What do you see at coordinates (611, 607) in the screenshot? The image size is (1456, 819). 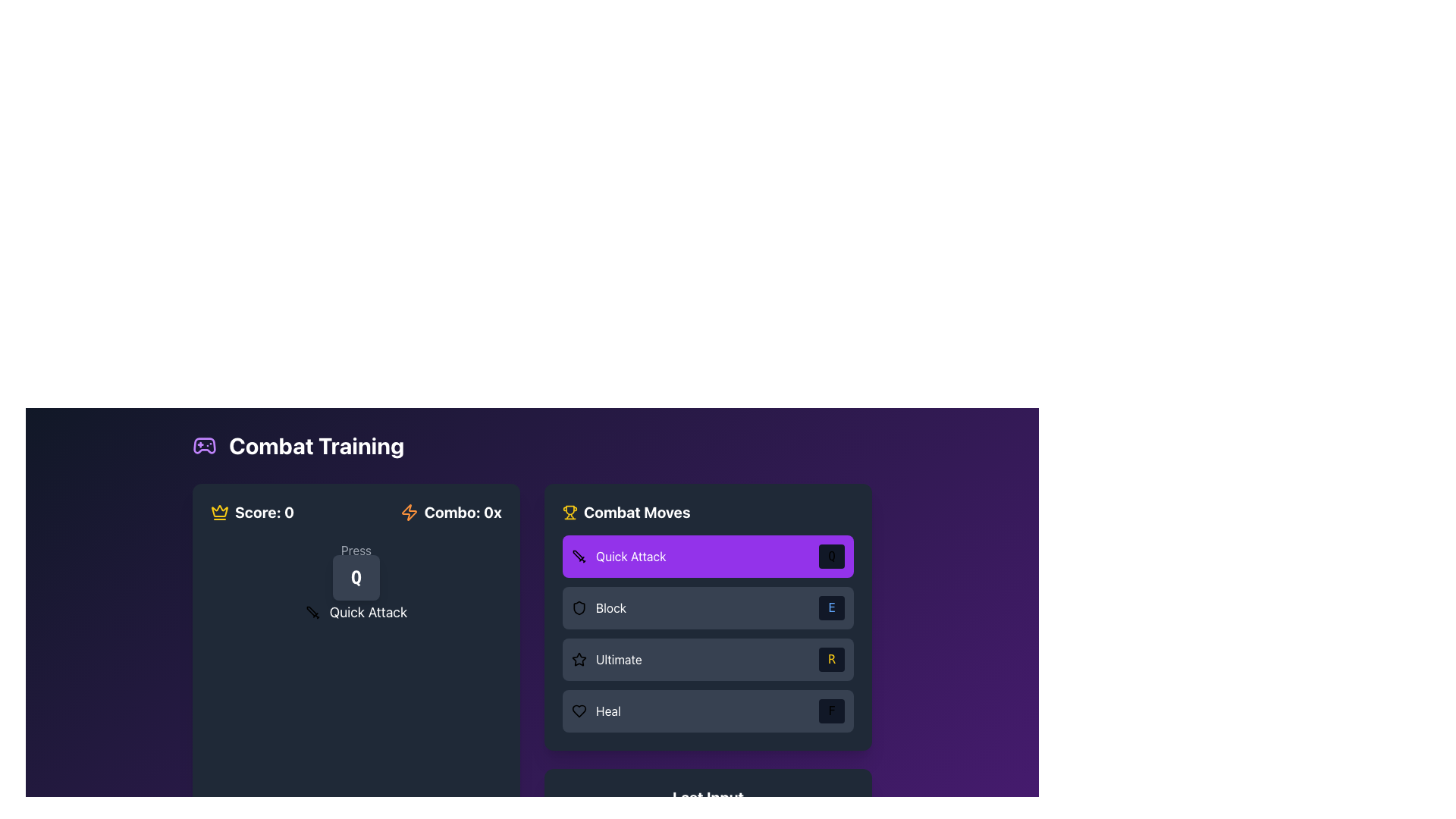 I see `the text label indicating the combat action 'Block'` at bounding box center [611, 607].